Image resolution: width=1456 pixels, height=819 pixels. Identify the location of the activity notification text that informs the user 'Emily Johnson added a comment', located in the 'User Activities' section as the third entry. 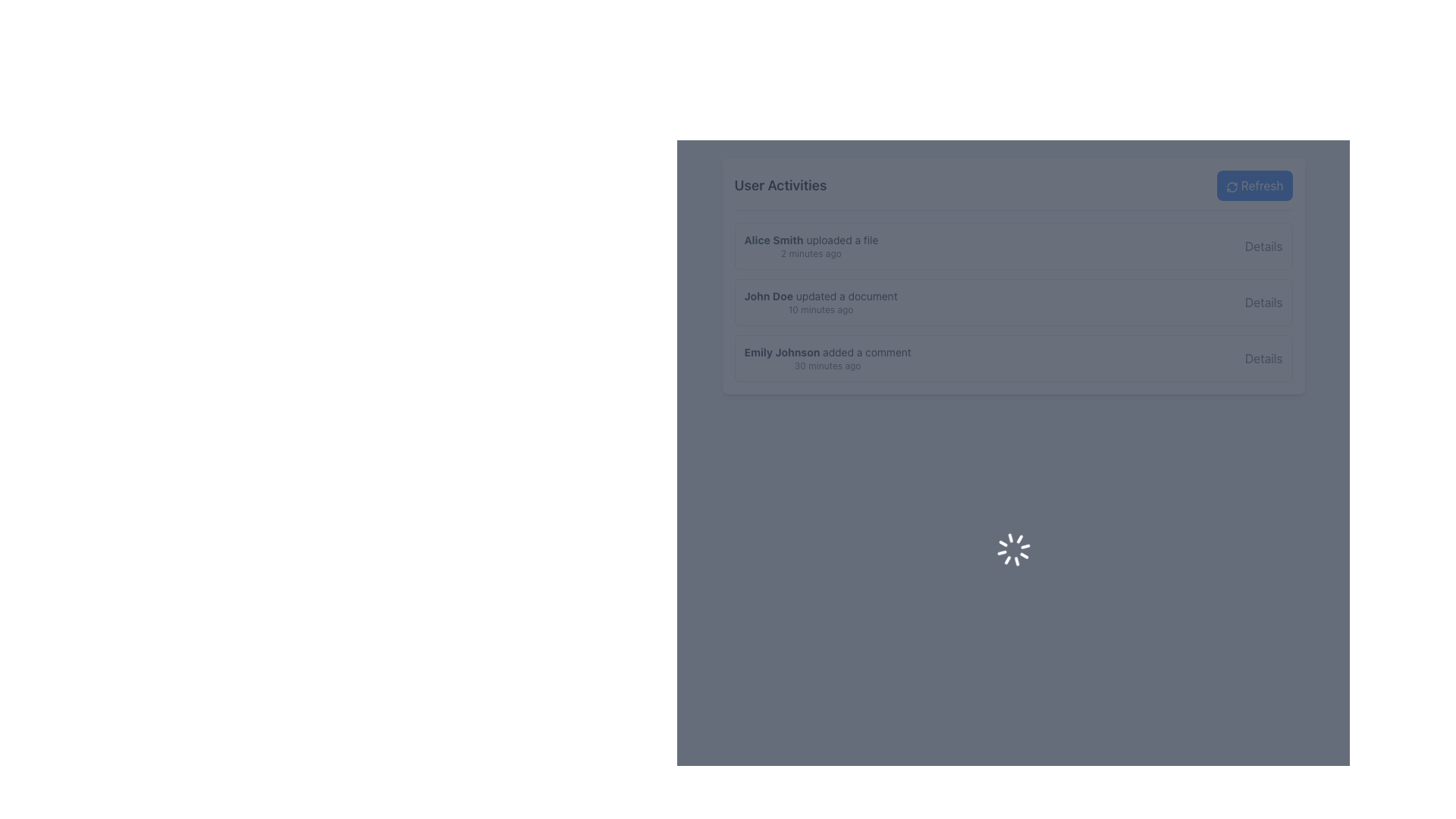
(827, 353).